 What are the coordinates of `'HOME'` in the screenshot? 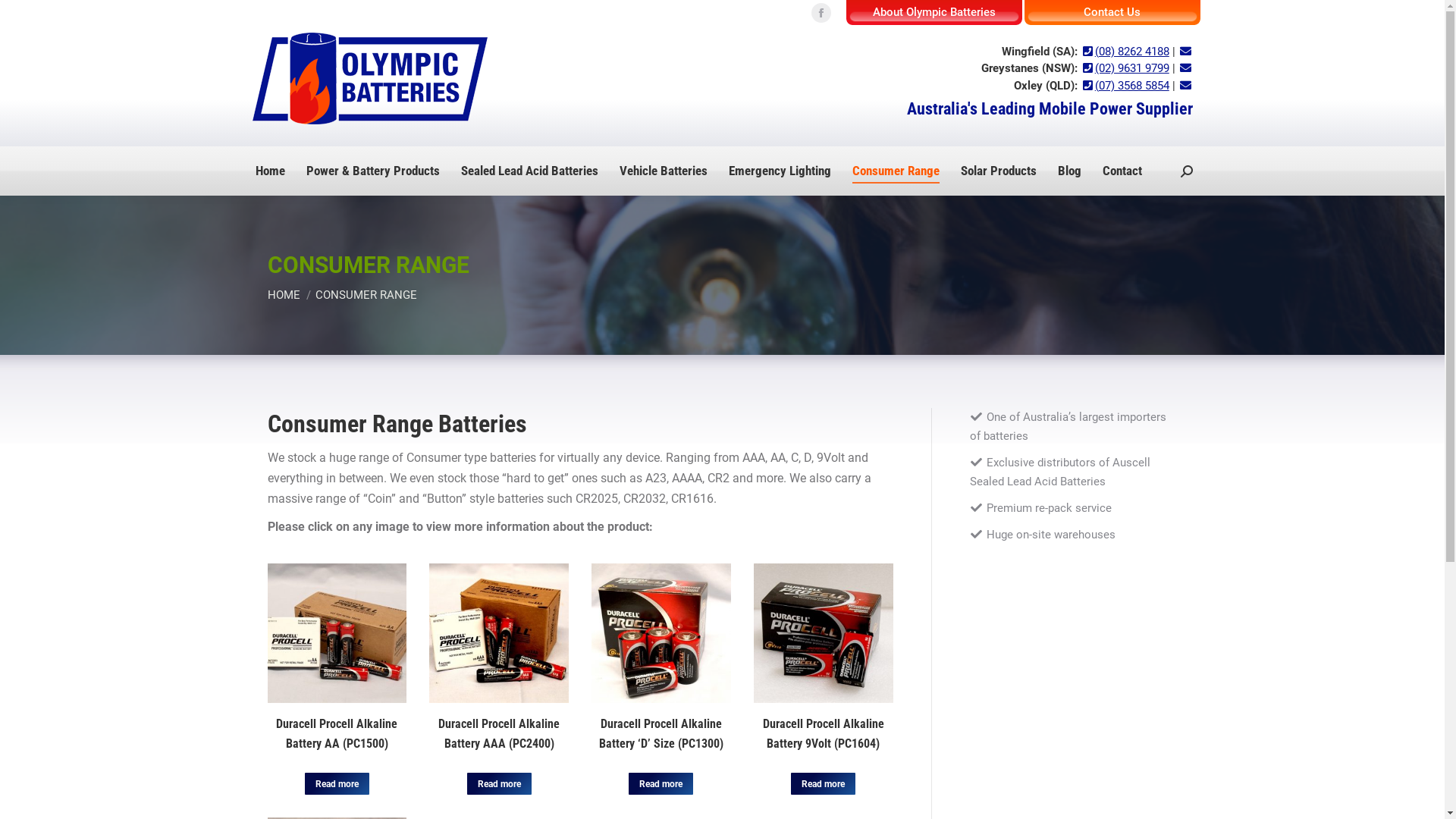 It's located at (283, 295).